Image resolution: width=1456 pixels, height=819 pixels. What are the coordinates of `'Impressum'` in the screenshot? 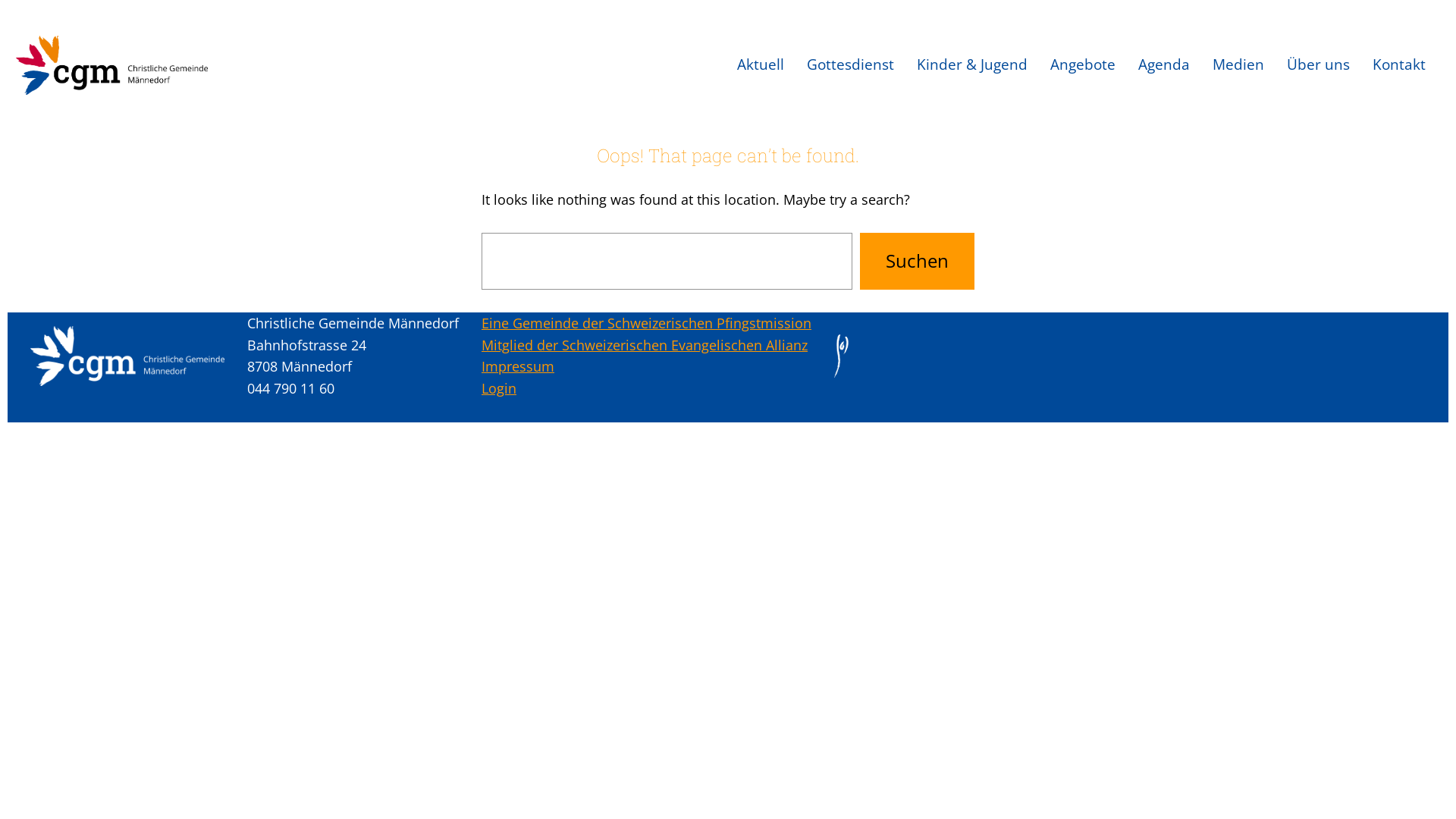 It's located at (517, 366).